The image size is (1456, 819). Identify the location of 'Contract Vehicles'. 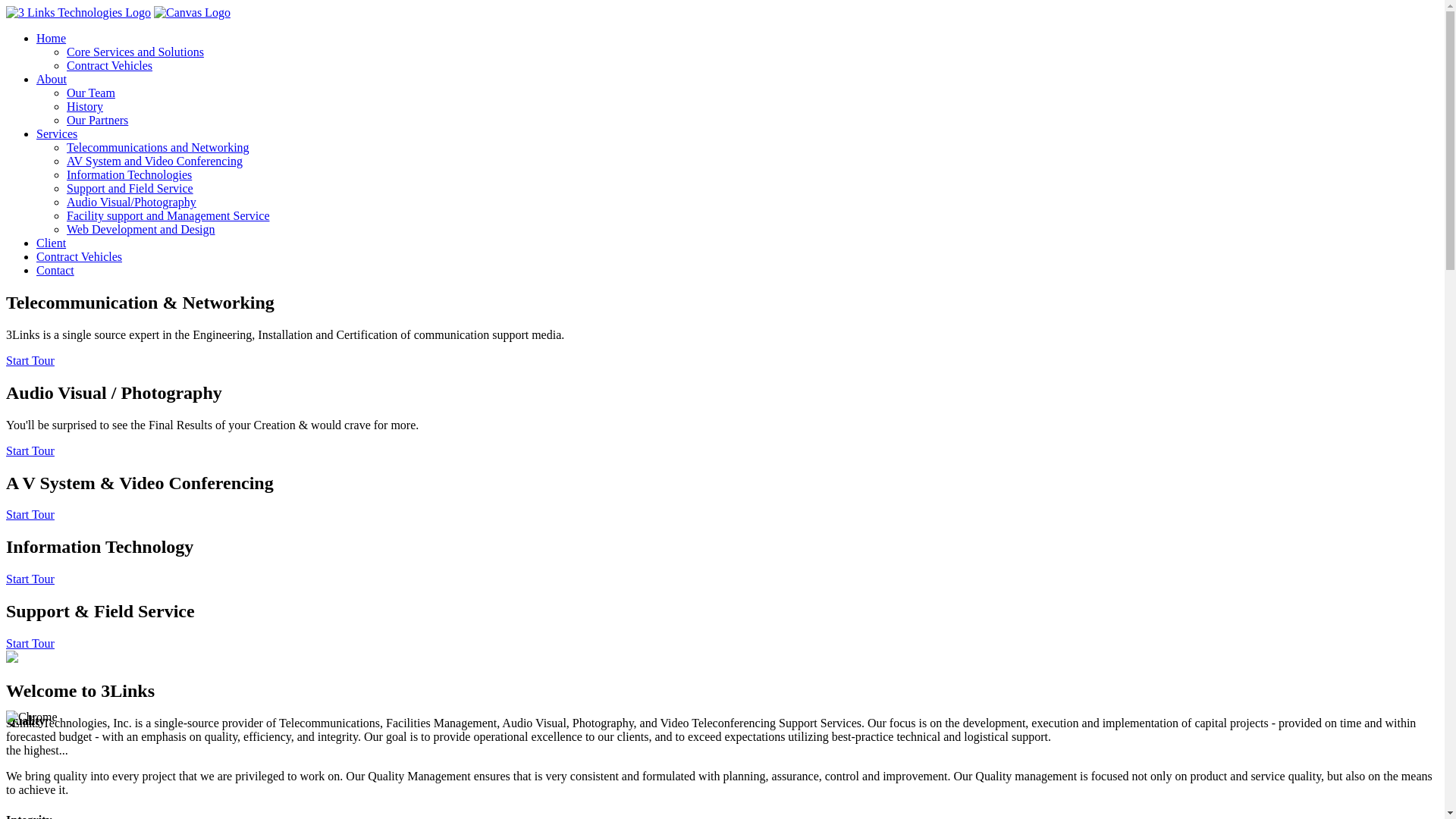
(36, 256).